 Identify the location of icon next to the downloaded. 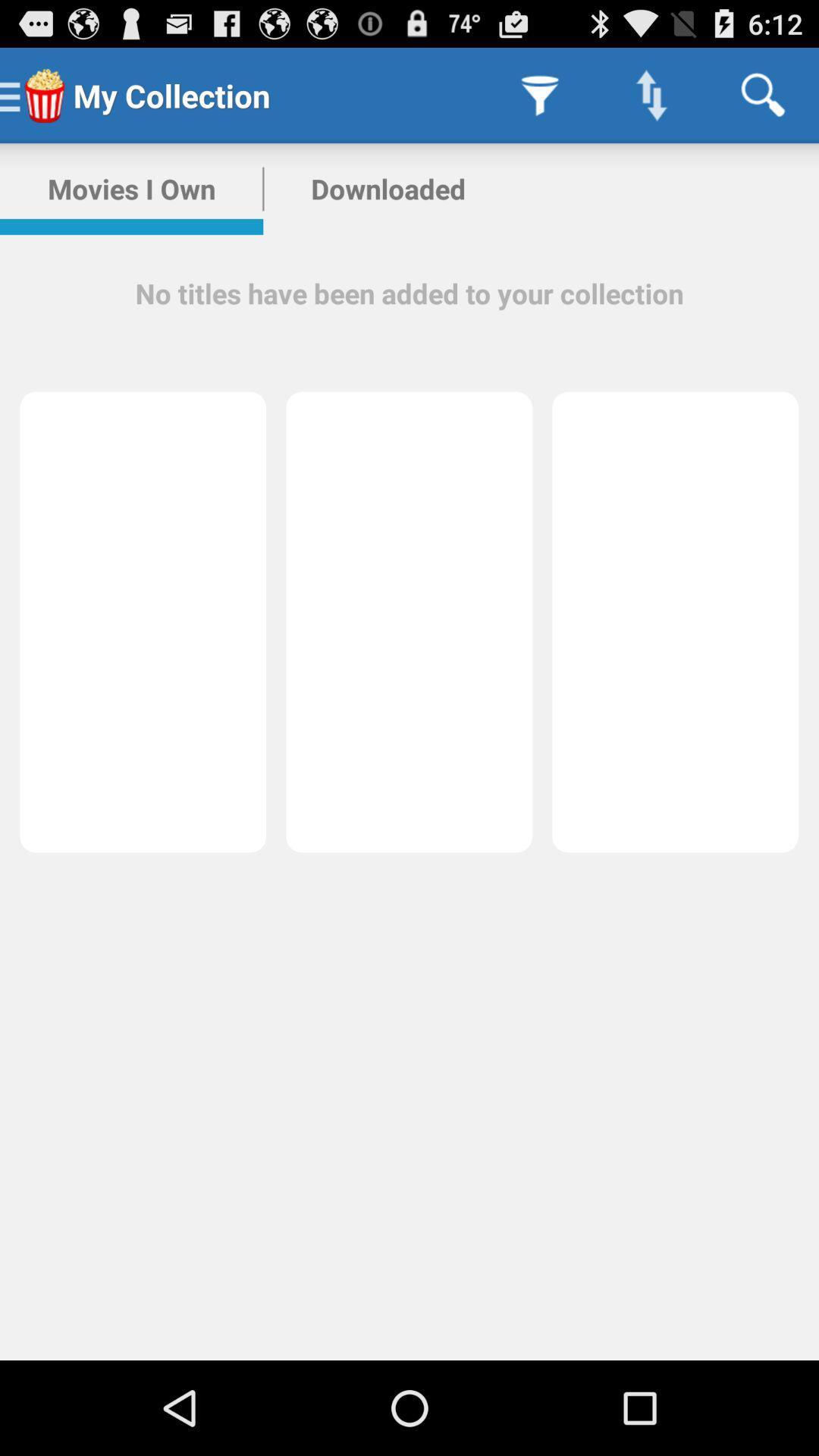
(130, 188).